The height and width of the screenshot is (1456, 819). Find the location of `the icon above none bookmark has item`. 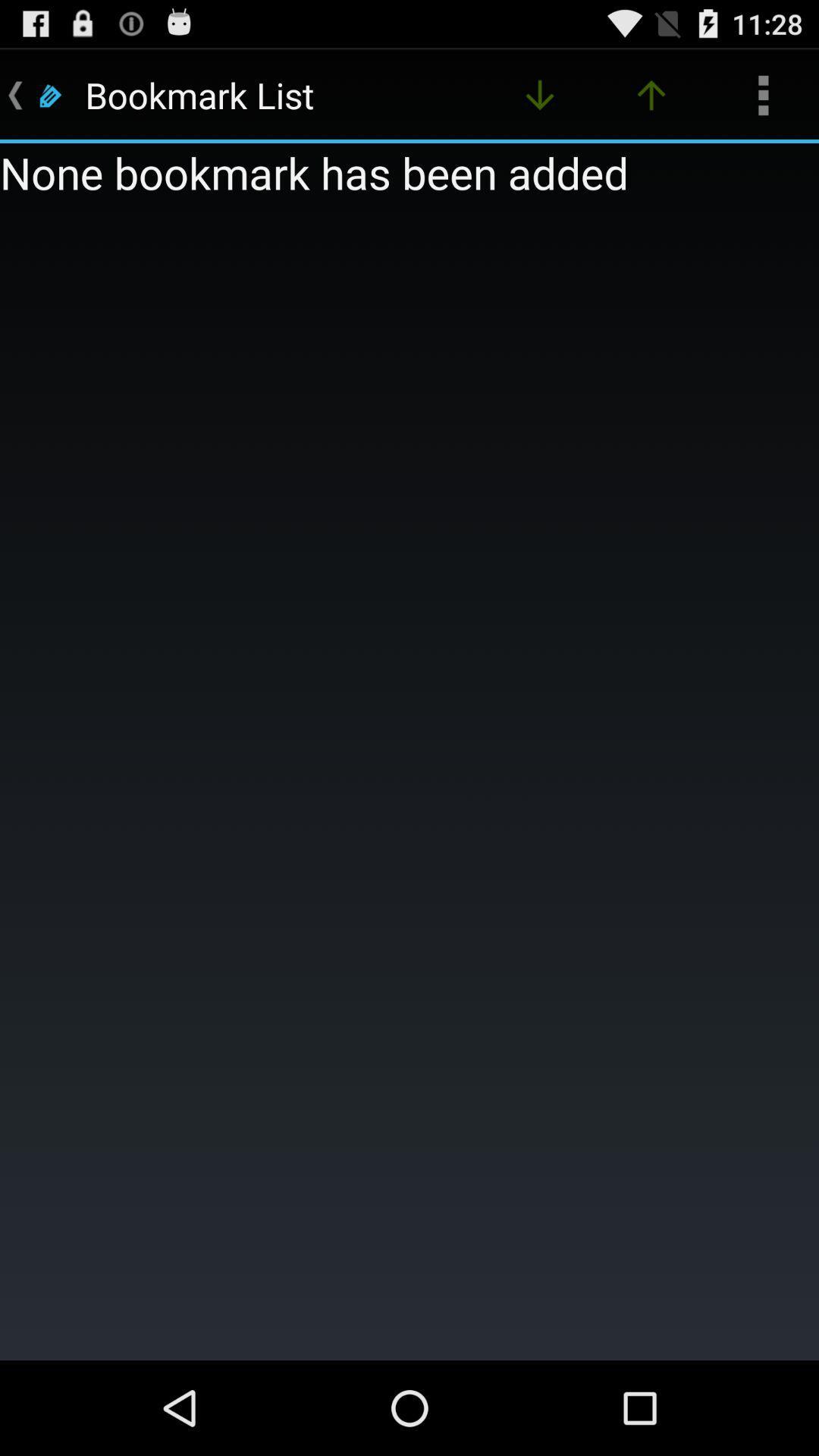

the icon above none bookmark has item is located at coordinates (651, 94).